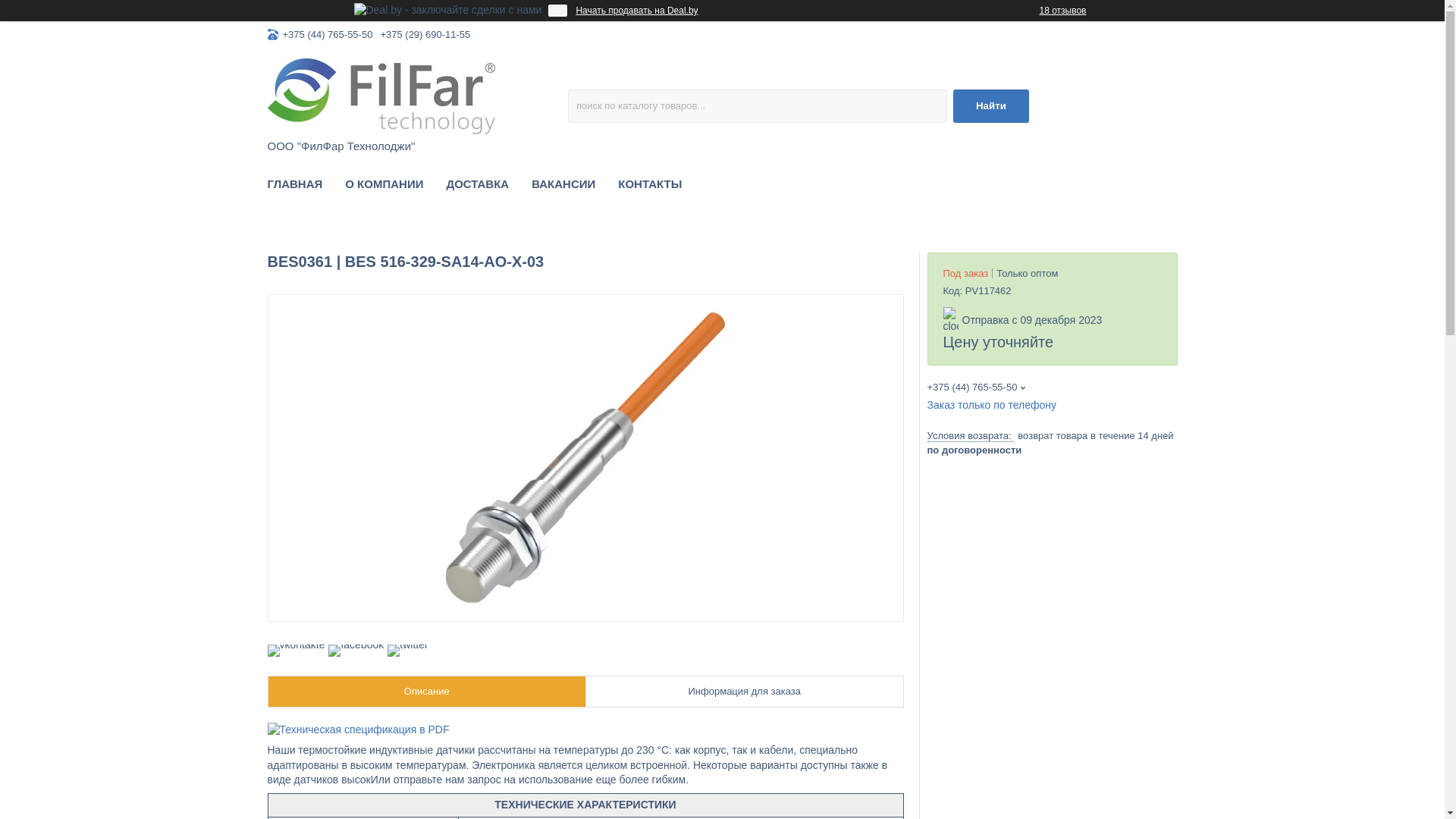  I want to click on 'twitter', so click(407, 644).